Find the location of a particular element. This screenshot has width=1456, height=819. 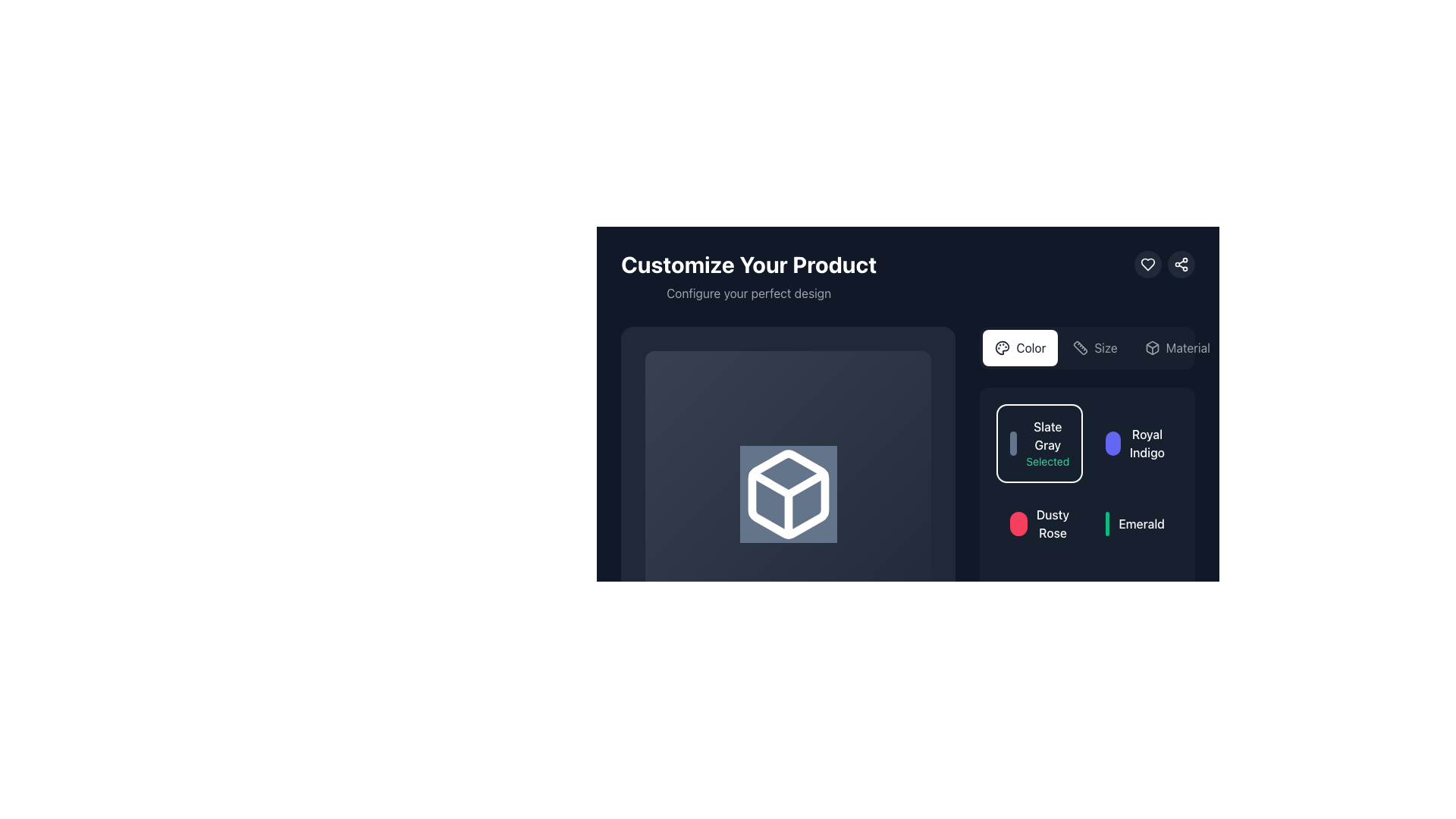

the Slate Gray color swatch, which is the top-most option in the vertical list of color selections on the right-side panel, to confirm the selection of this color is located at coordinates (1039, 444).